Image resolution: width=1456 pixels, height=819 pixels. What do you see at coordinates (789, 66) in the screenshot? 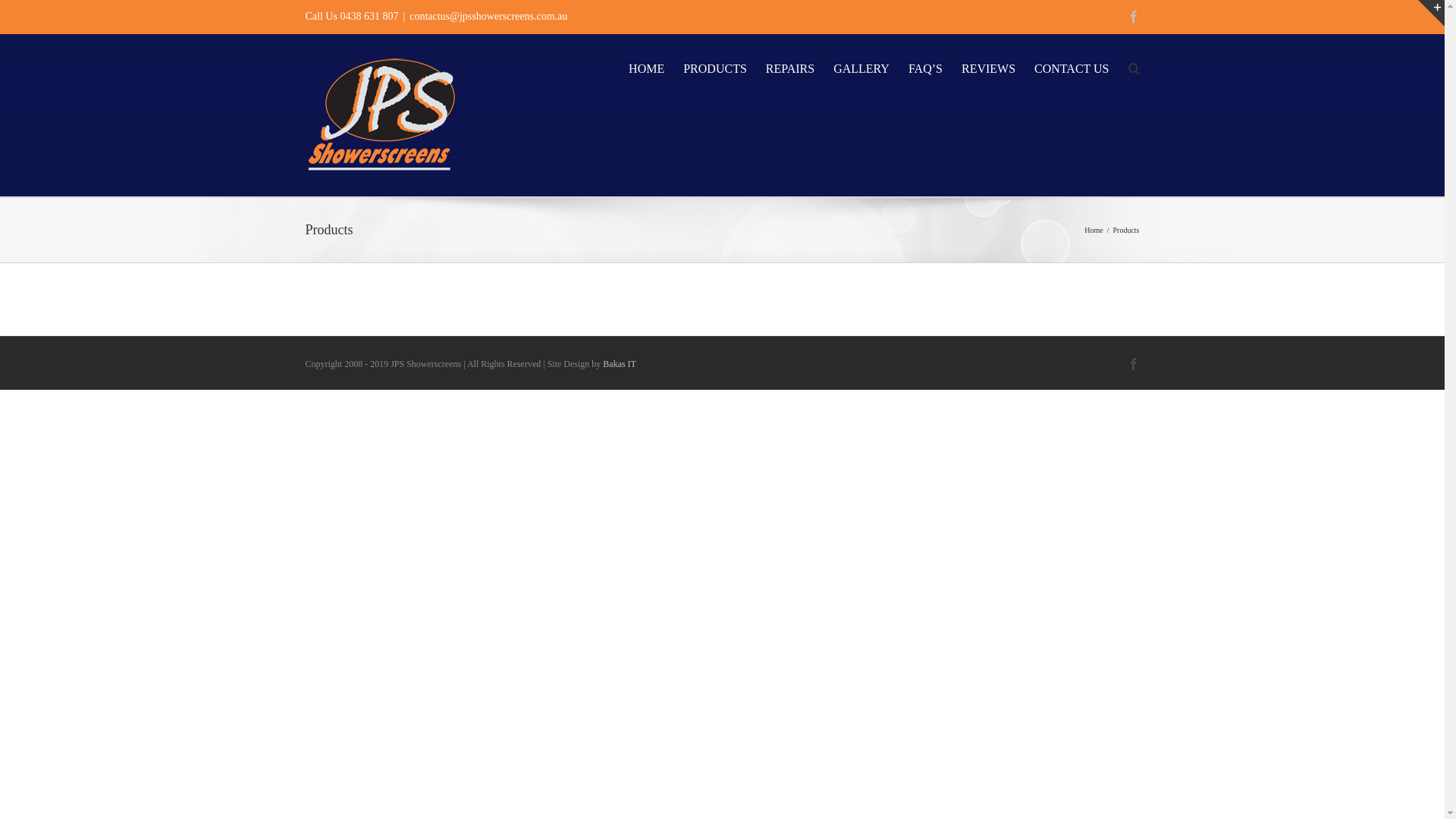
I see `'REPAIRS'` at bounding box center [789, 66].